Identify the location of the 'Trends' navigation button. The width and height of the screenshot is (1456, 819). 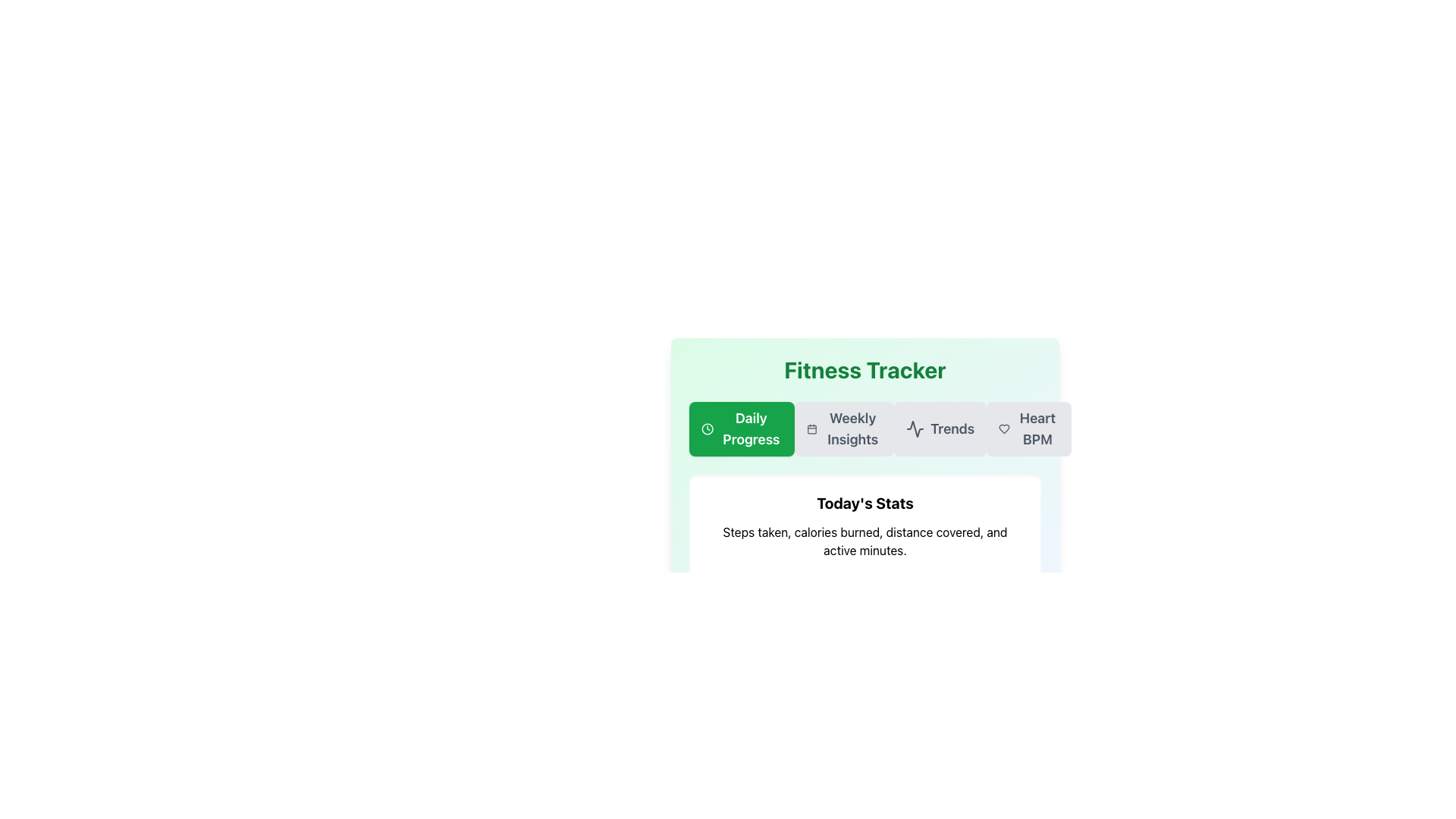
(940, 429).